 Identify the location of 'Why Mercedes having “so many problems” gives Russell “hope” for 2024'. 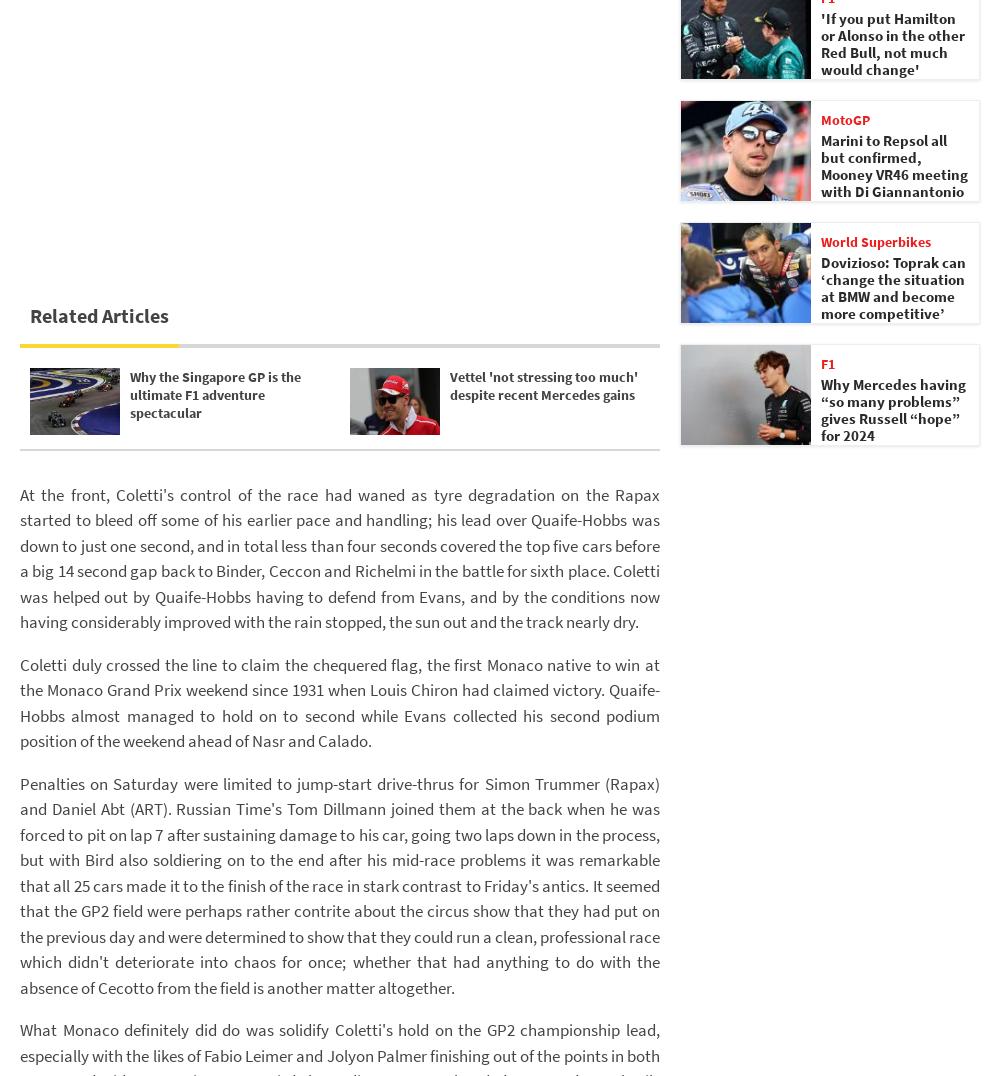
(893, 409).